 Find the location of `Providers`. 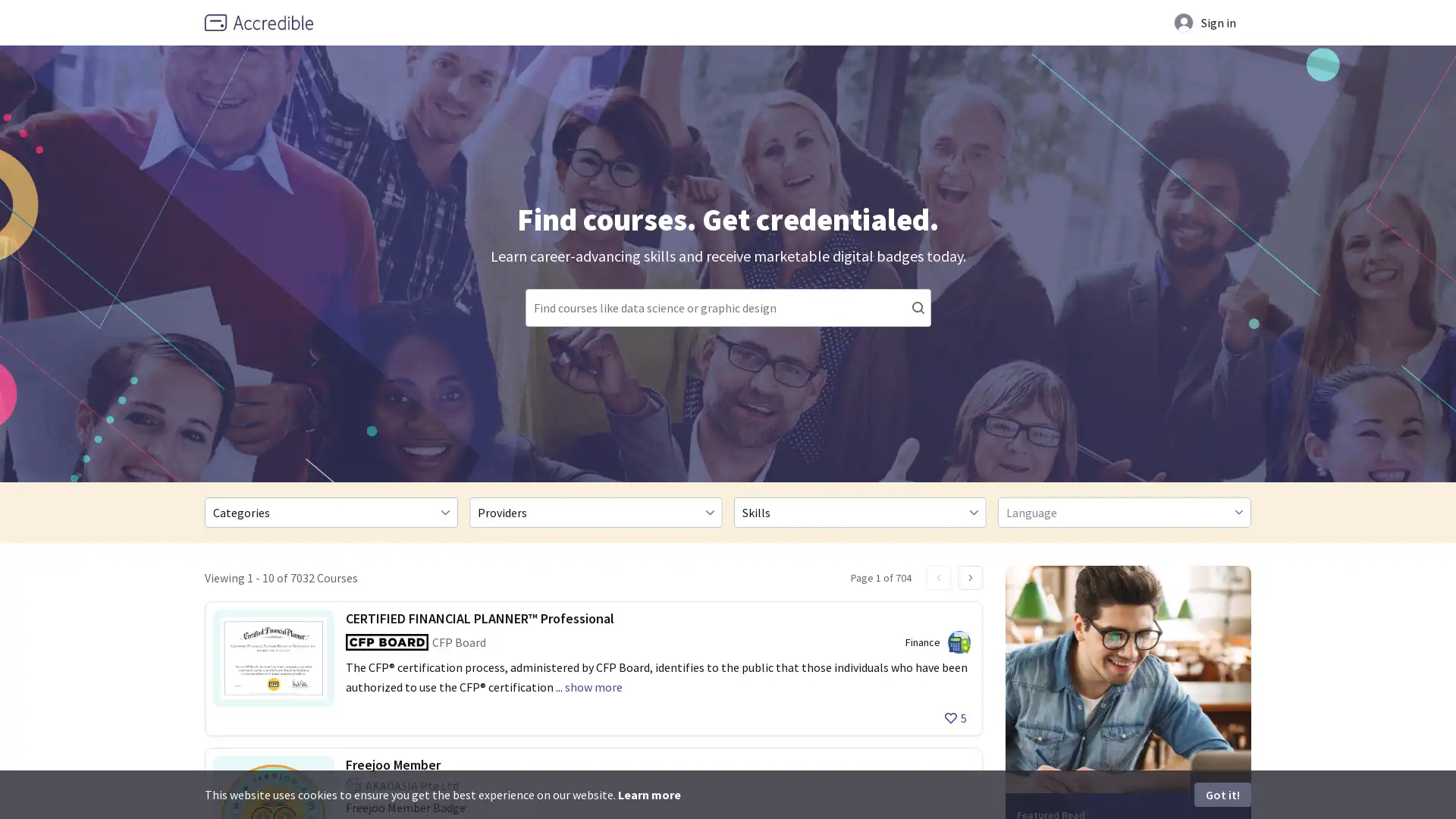

Providers is located at coordinates (595, 512).